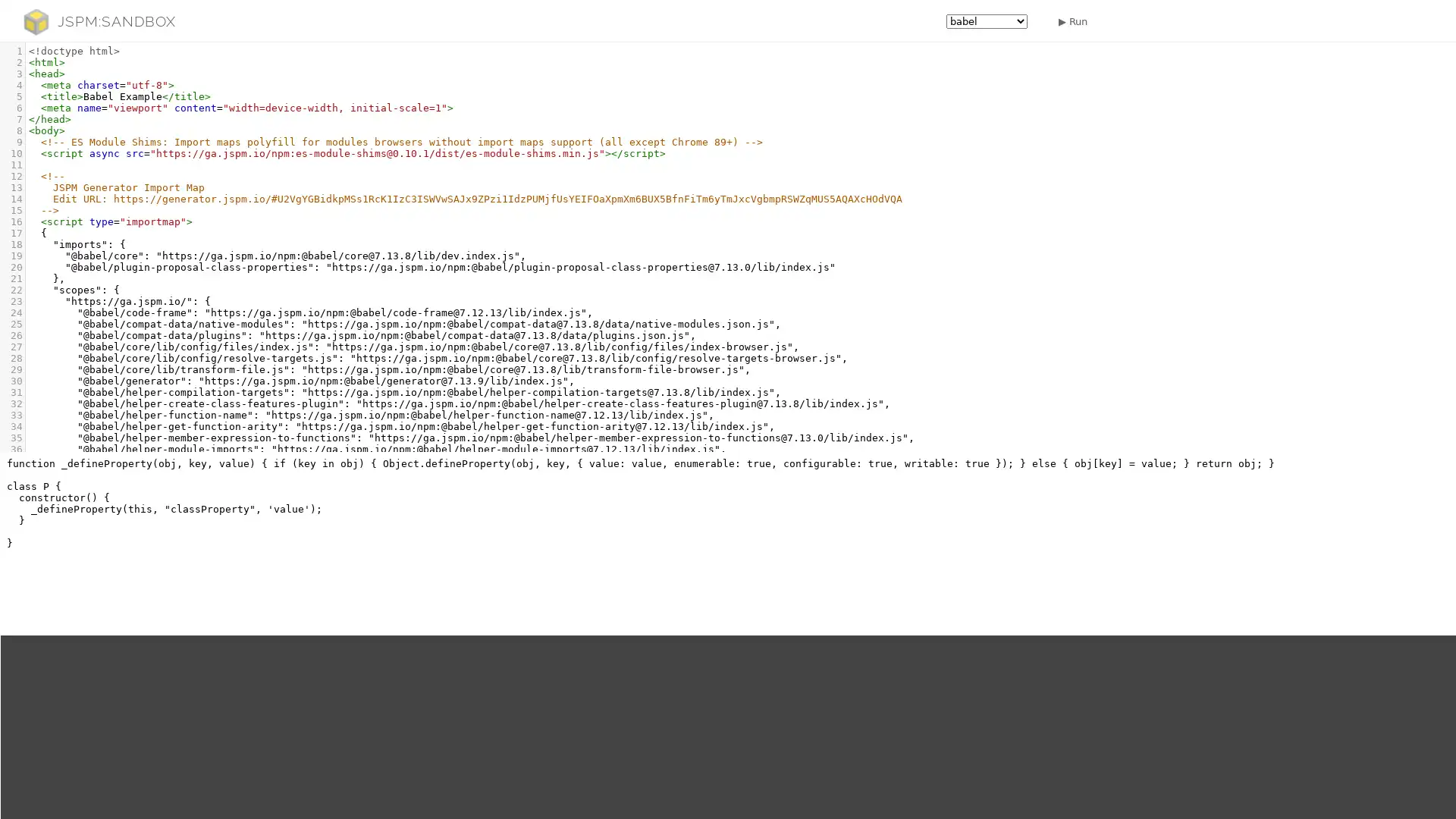  Describe the element at coordinates (1069, 20) in the screenshot. I see `Run` at that location.